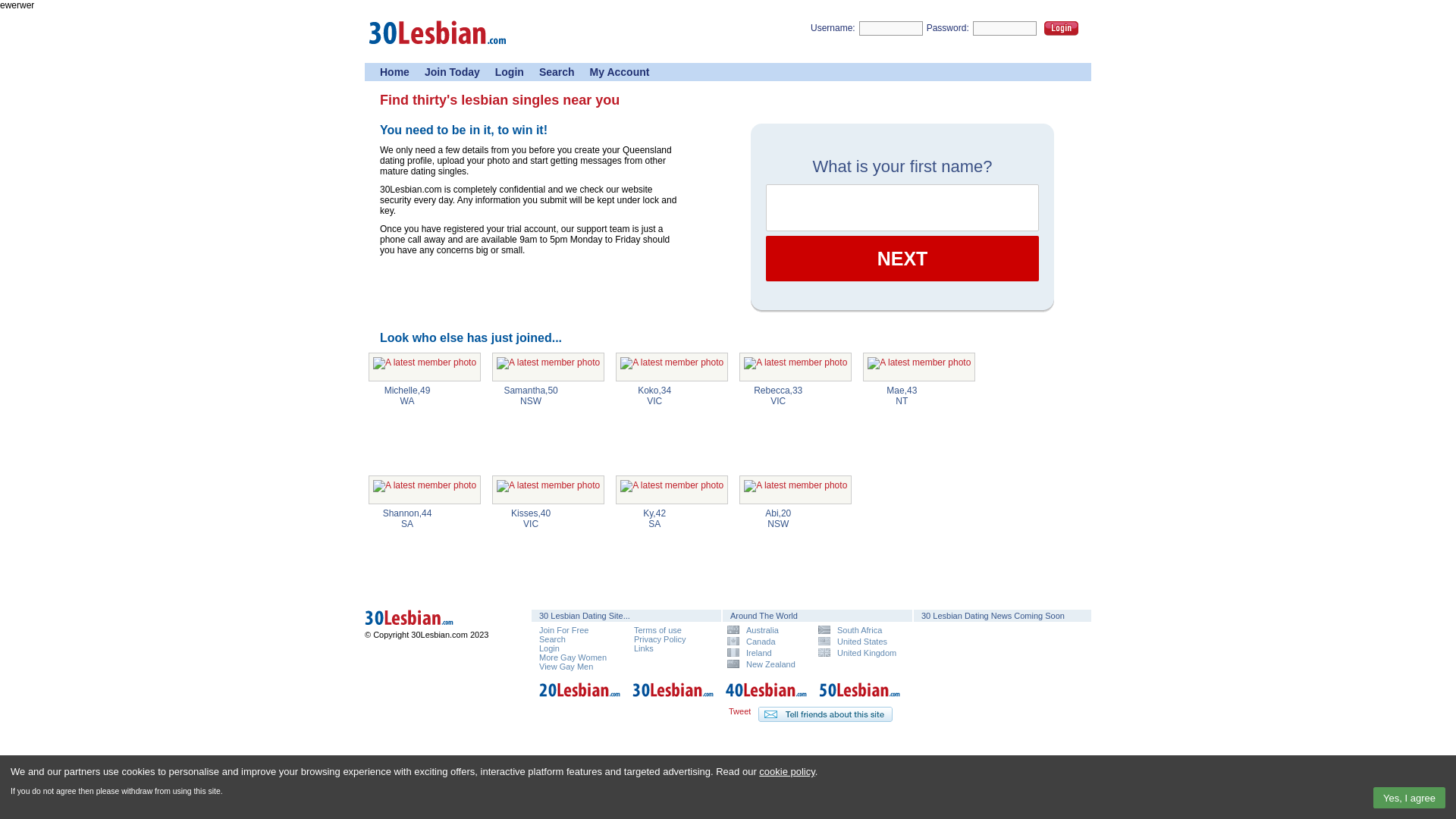  What do you see at coordinates (556, 72) in the screenshot?
I see `'Search'` at bounding box center [556, 72].